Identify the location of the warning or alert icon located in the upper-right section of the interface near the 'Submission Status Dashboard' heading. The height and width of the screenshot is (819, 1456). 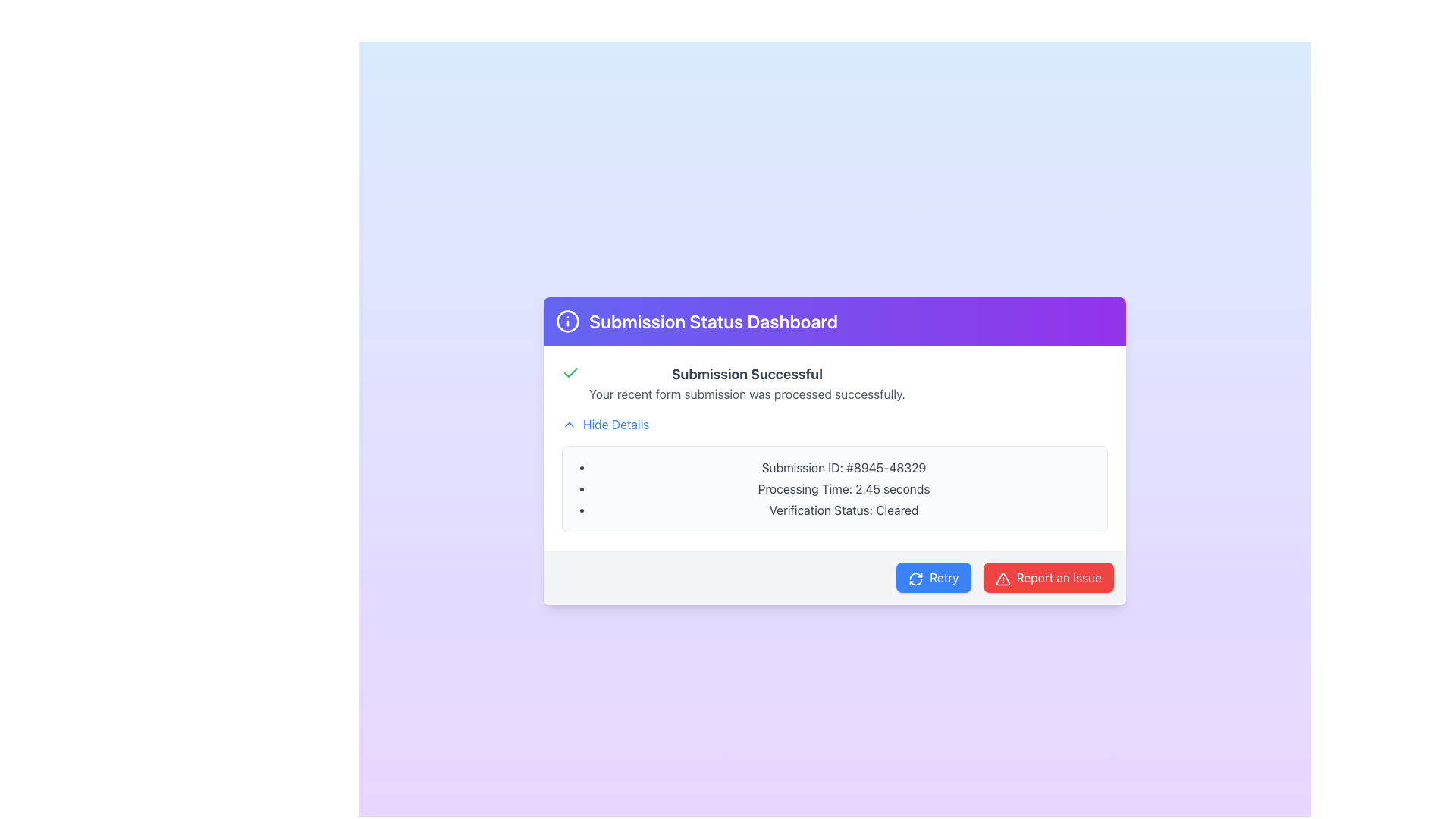
(1003, 579).